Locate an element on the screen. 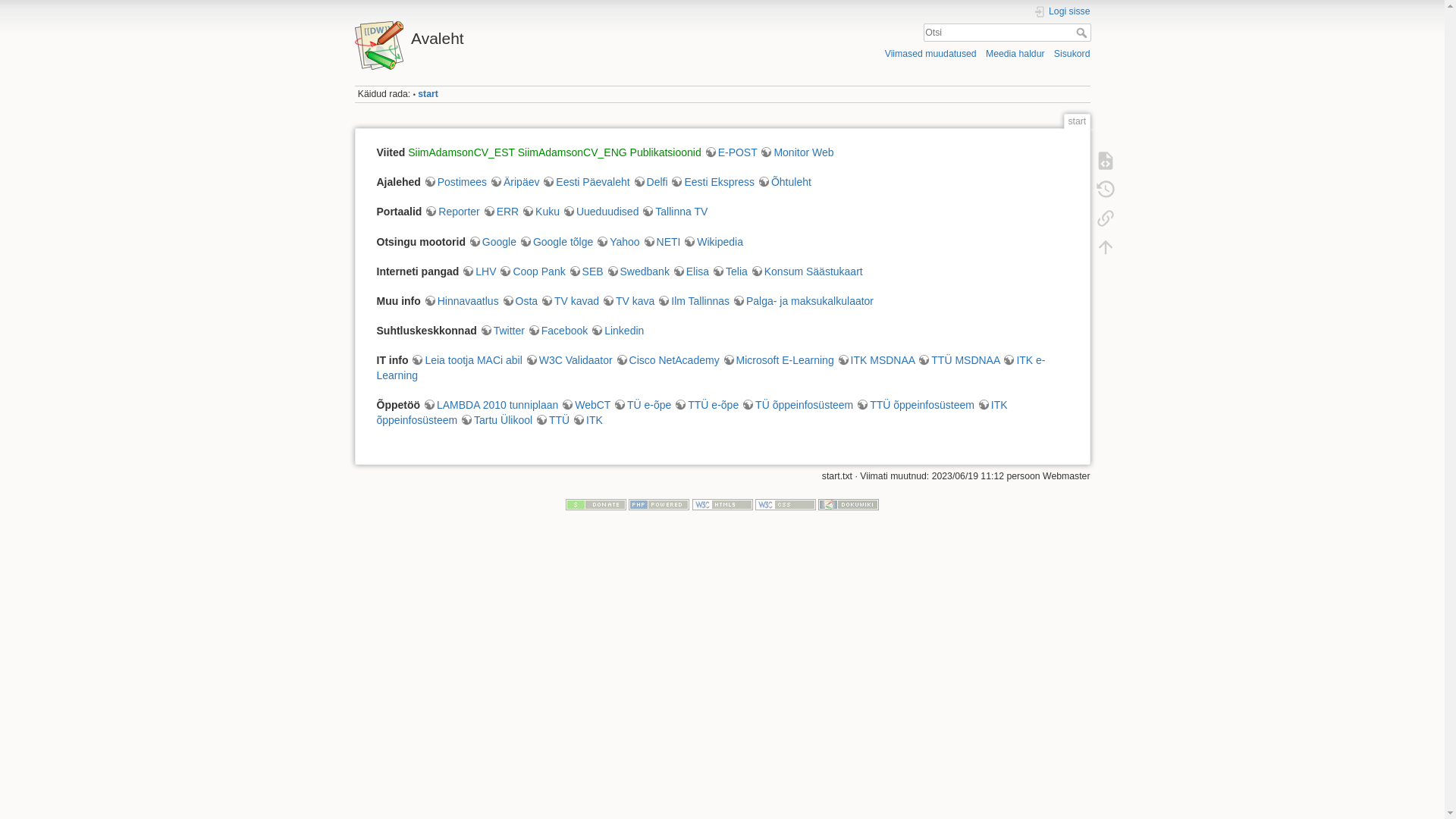 The width and height of the screenshot is (1456, 819). 'LHV' is located at coordinates (478, 271).